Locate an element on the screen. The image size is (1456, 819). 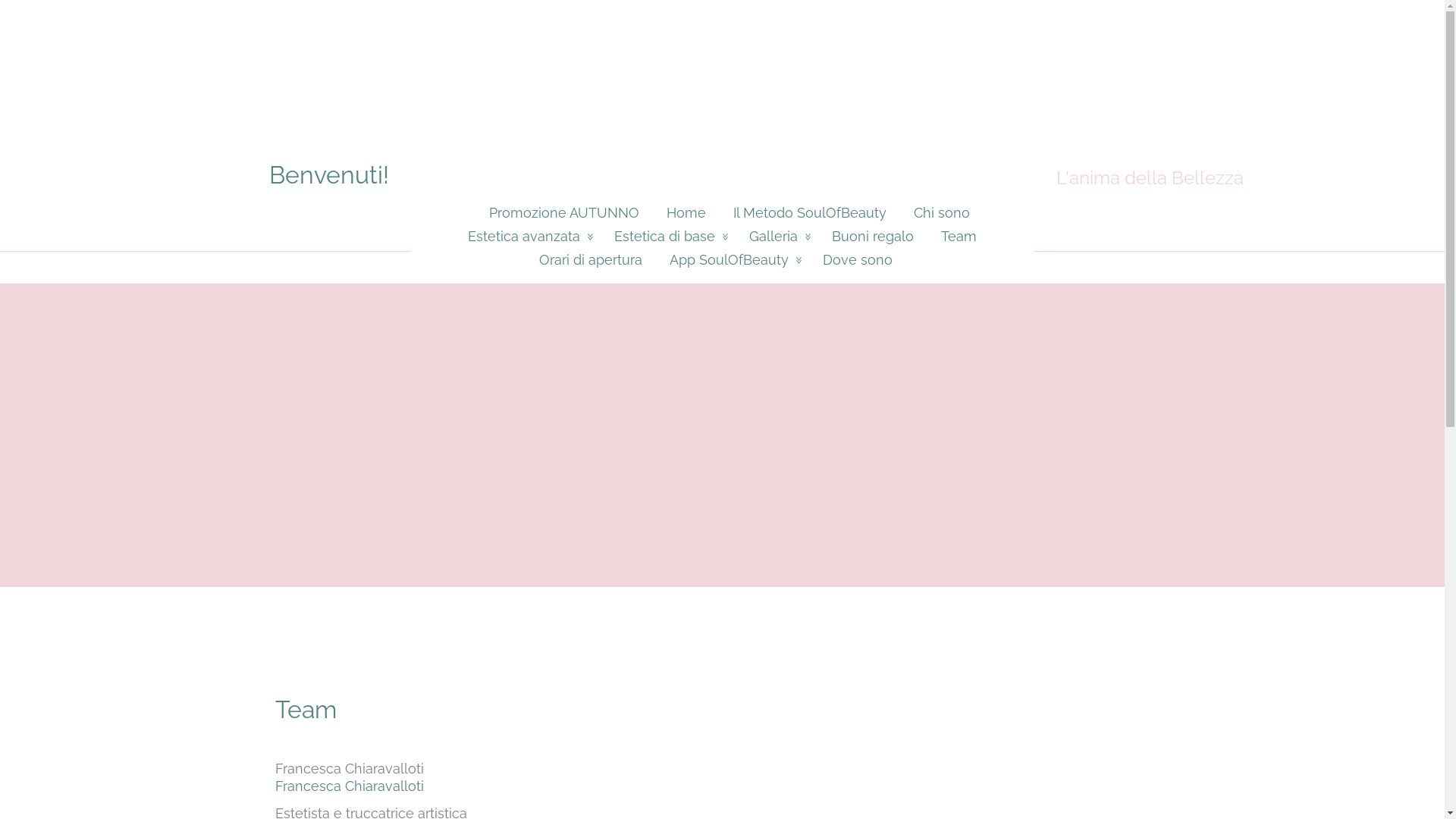
'Galleria' is located at coordinates (777, 236).